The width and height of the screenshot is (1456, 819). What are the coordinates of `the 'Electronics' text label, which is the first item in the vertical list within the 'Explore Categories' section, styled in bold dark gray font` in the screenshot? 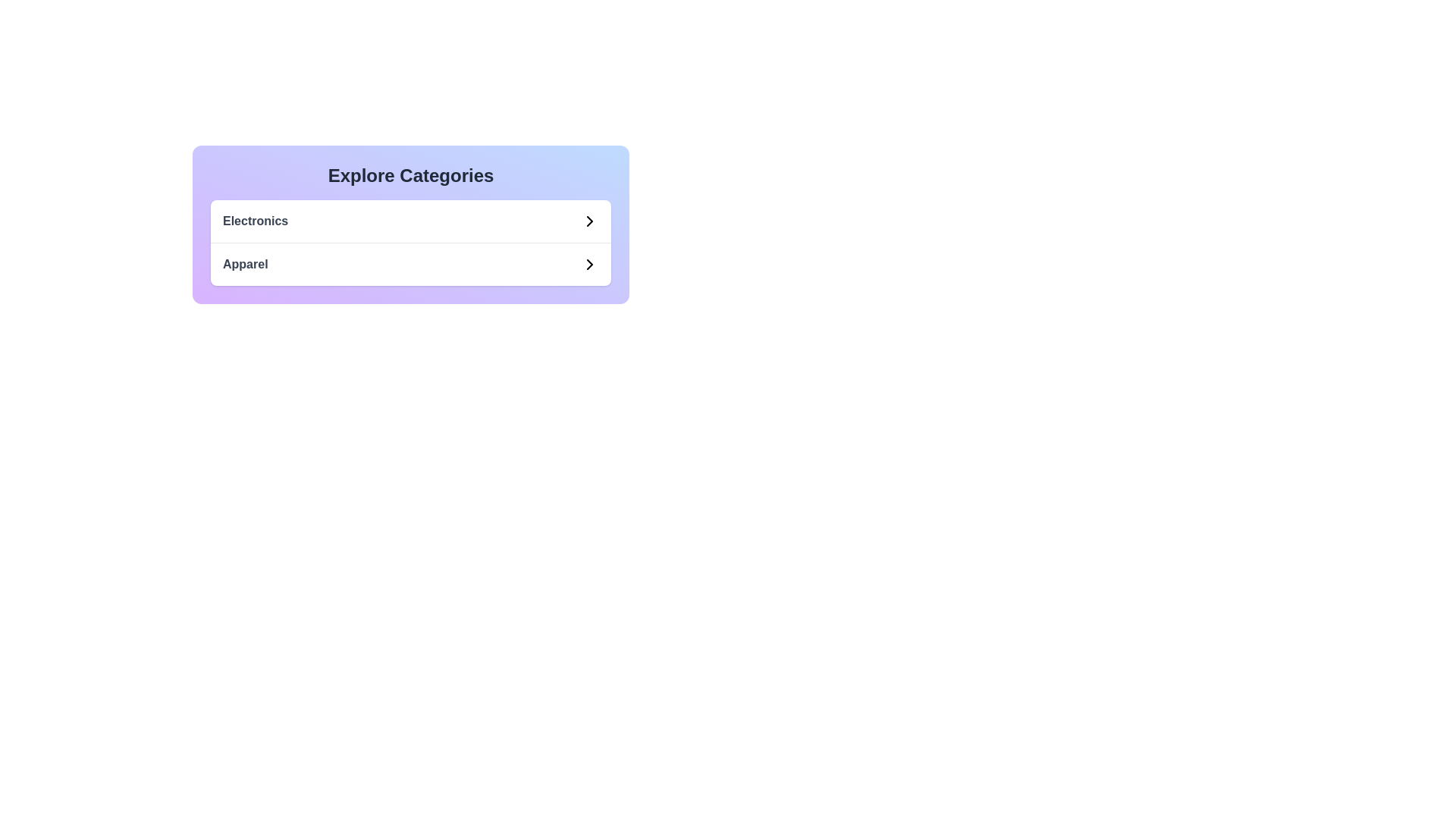 It's located at (256, 221).